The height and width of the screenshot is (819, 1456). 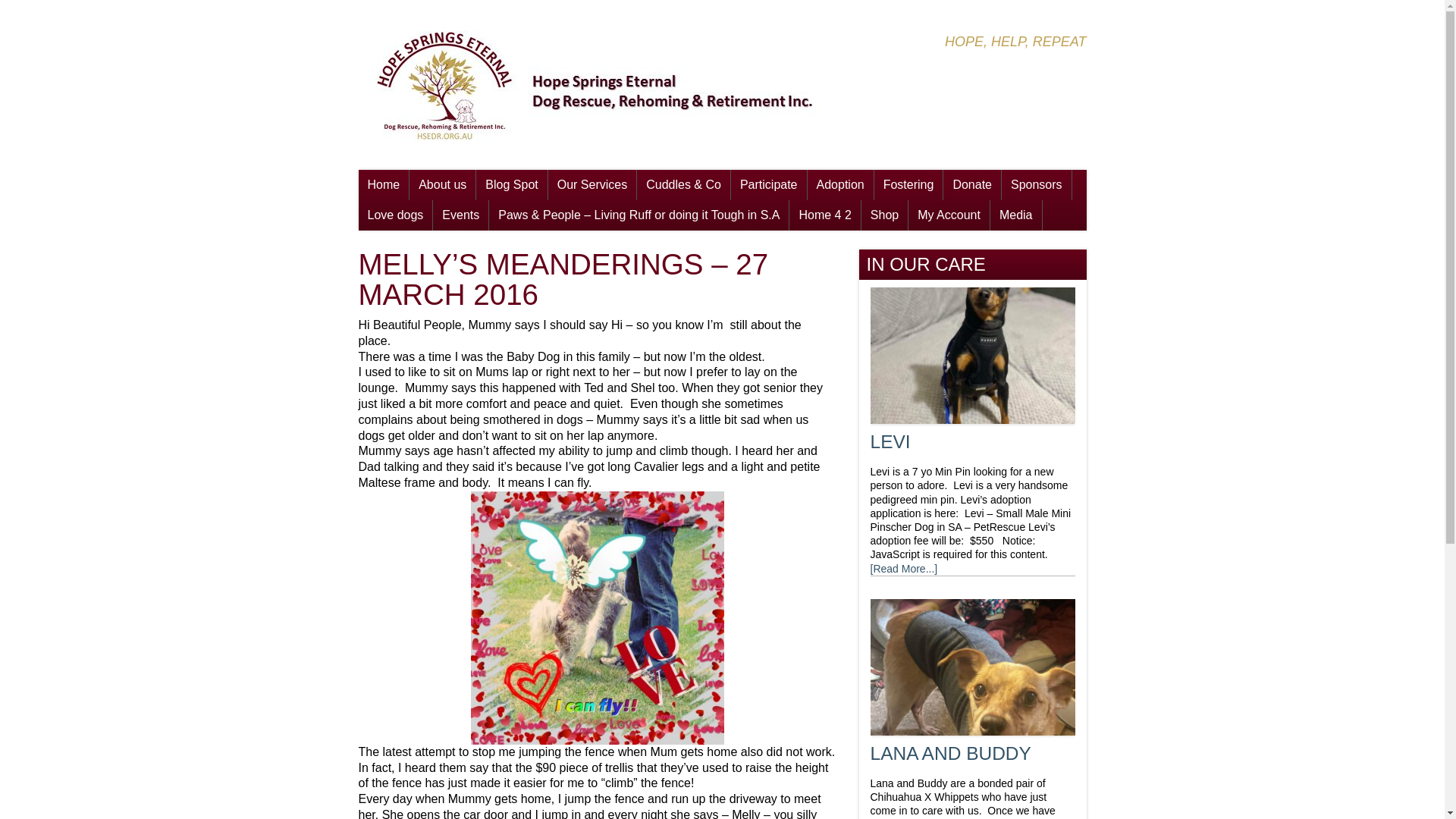 What do you see at coordinates (383, 184) in the screenshot?
I see `'Home'` at bounding box center [383, 184].